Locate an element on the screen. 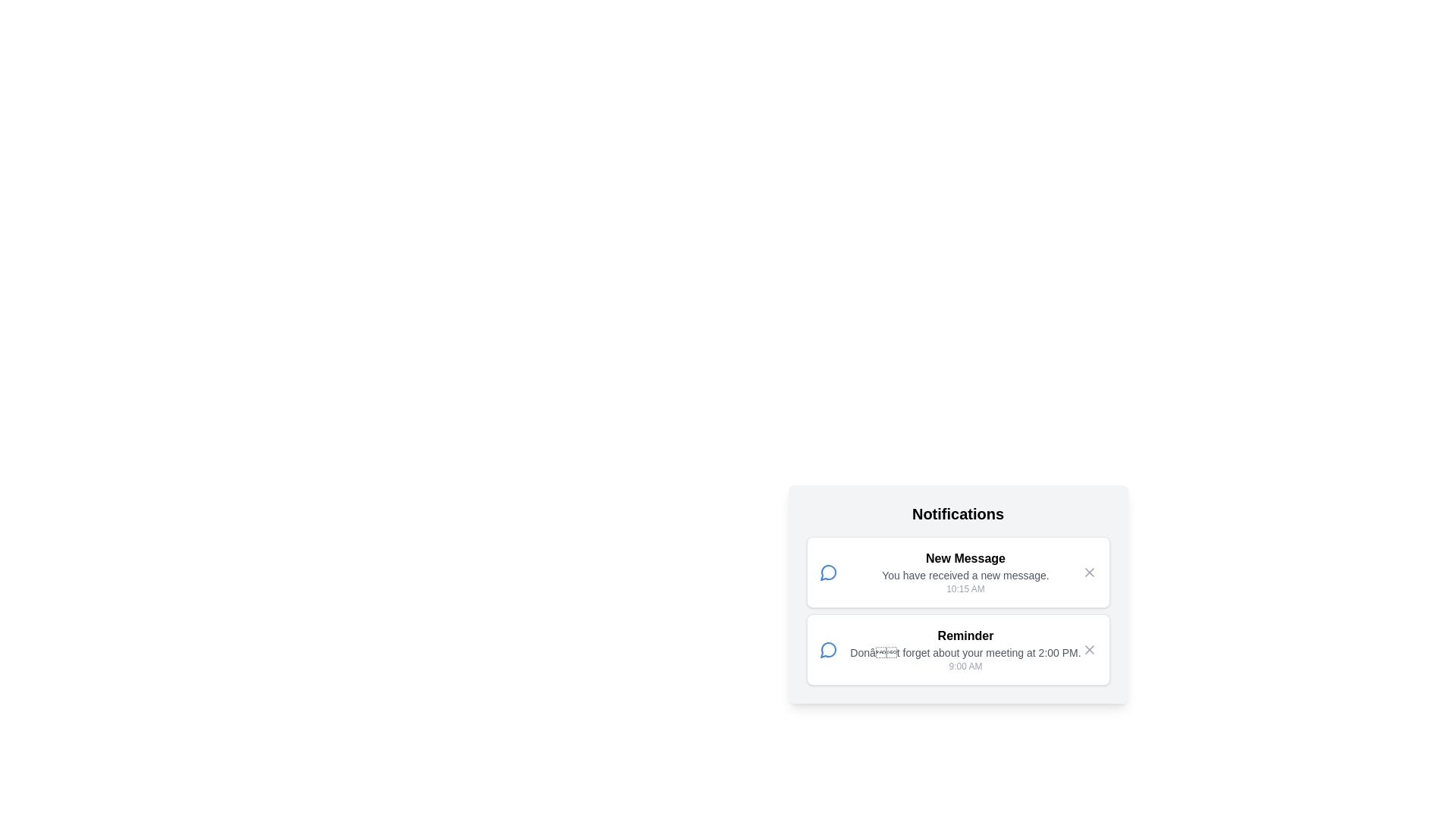 The height and width of the screenshot is (819, 1456). the notification titled 'Reminder' is located at coordinates (957, 648).